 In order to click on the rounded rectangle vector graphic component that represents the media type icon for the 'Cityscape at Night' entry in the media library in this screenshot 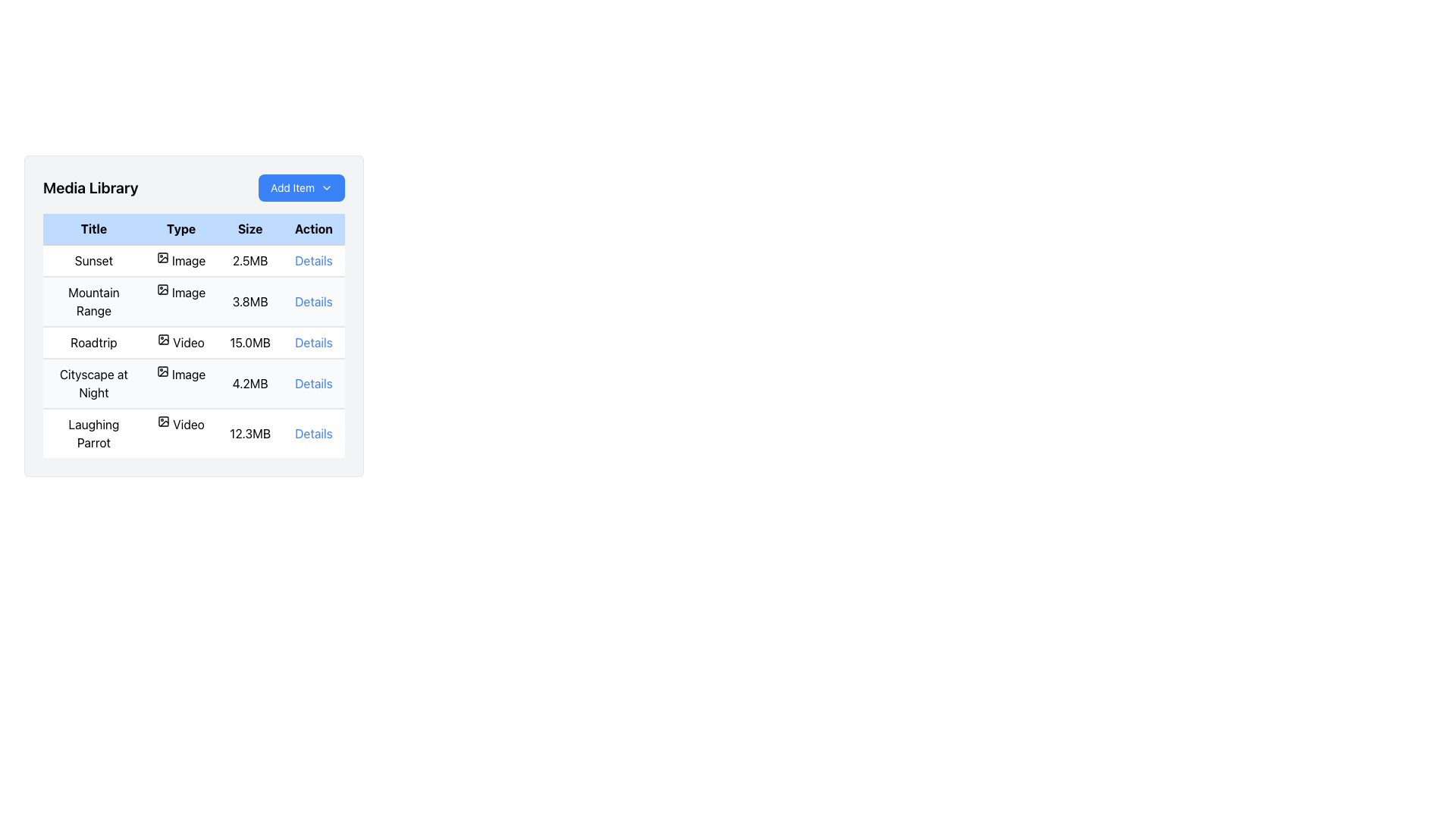, I will do `click(162, 371)`.